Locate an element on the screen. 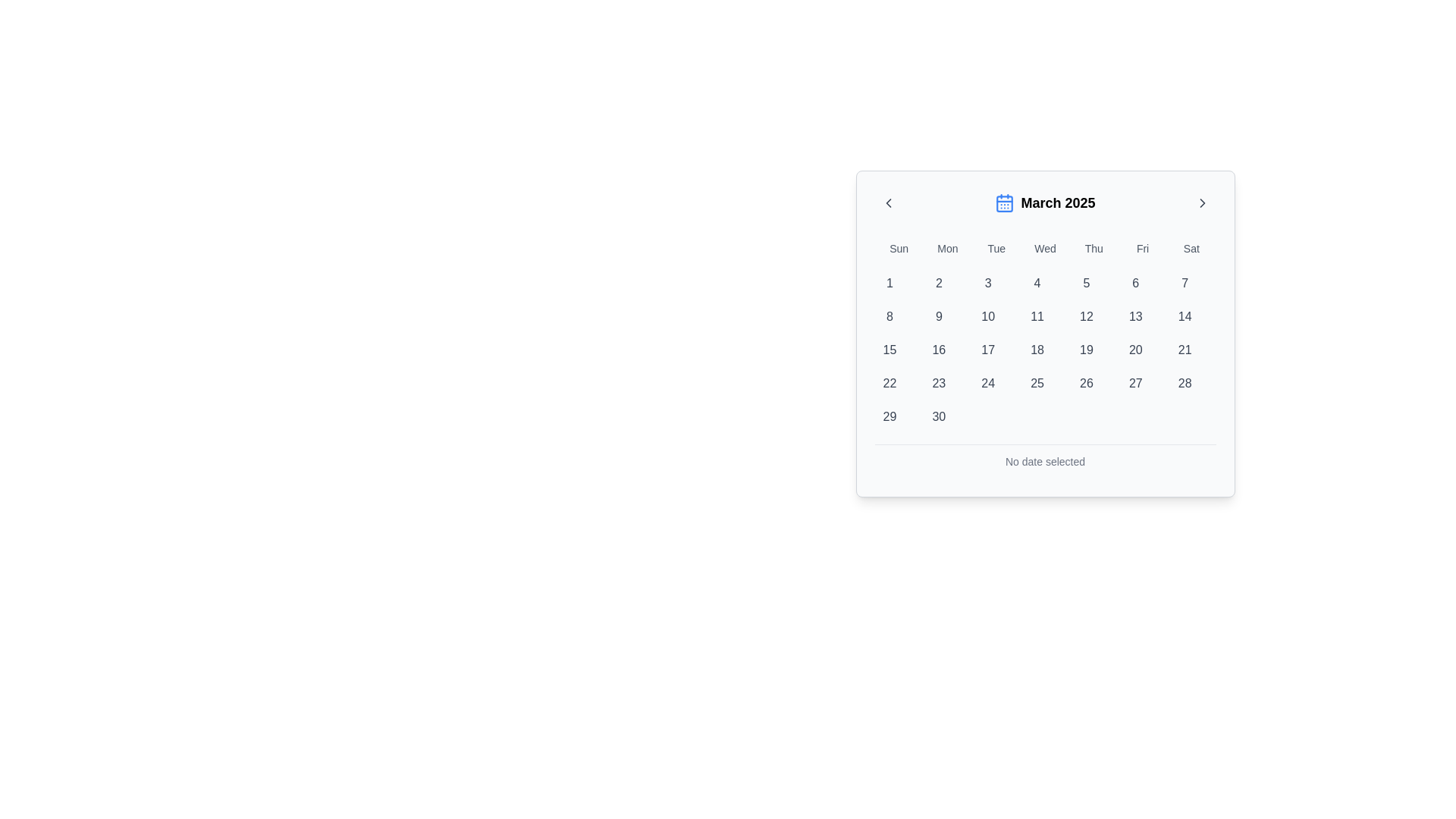  the circular button containing the text '30' in the last row of the calendar grid is located at coordinates (938, 417).